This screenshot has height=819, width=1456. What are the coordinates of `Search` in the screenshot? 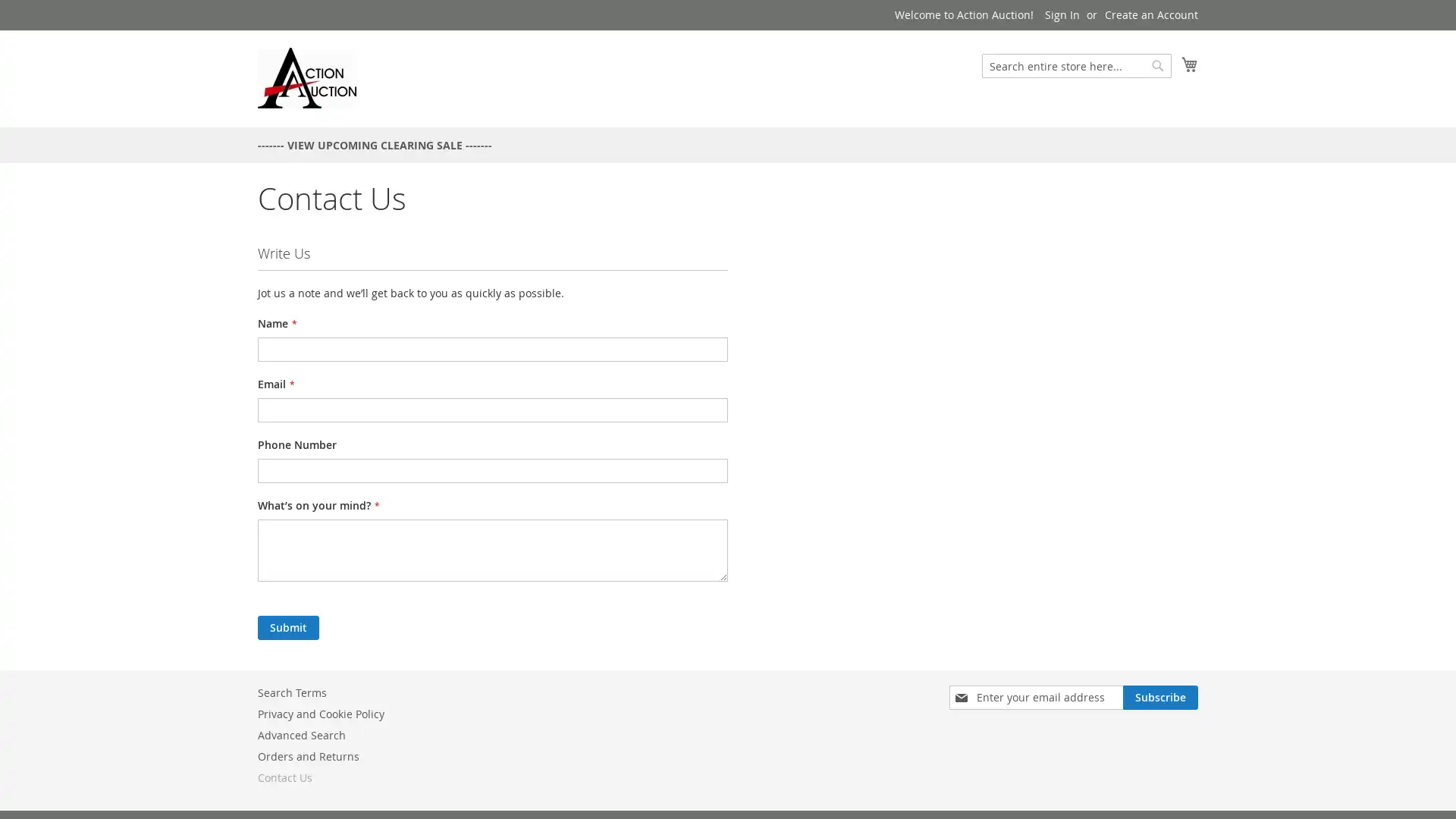 It's located at (1156, 65).